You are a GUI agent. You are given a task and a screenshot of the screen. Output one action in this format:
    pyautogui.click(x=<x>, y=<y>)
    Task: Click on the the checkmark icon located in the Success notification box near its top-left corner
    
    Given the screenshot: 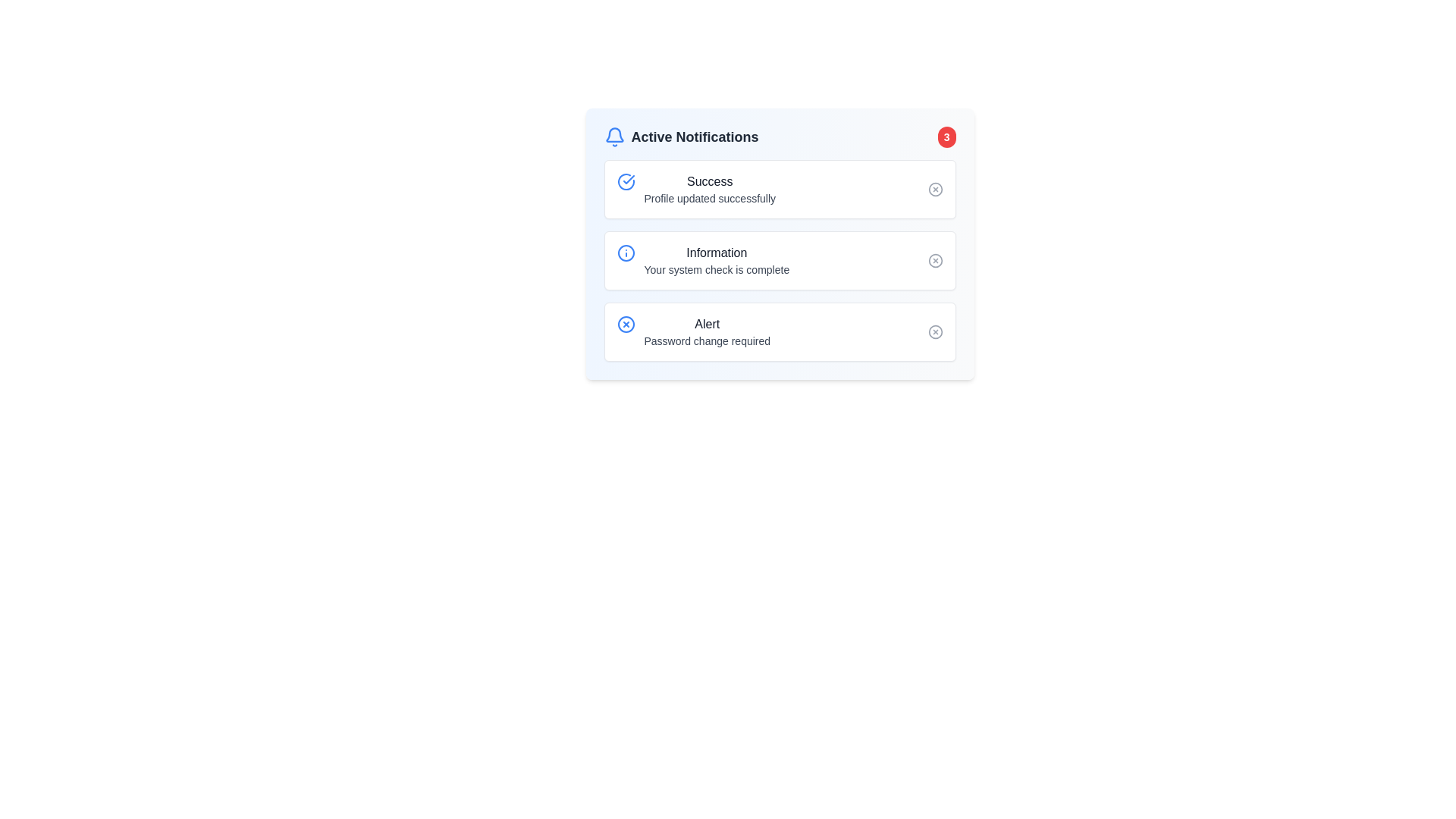 What is the action you would take?
    pyautogui.click(x=629, y=178)
    